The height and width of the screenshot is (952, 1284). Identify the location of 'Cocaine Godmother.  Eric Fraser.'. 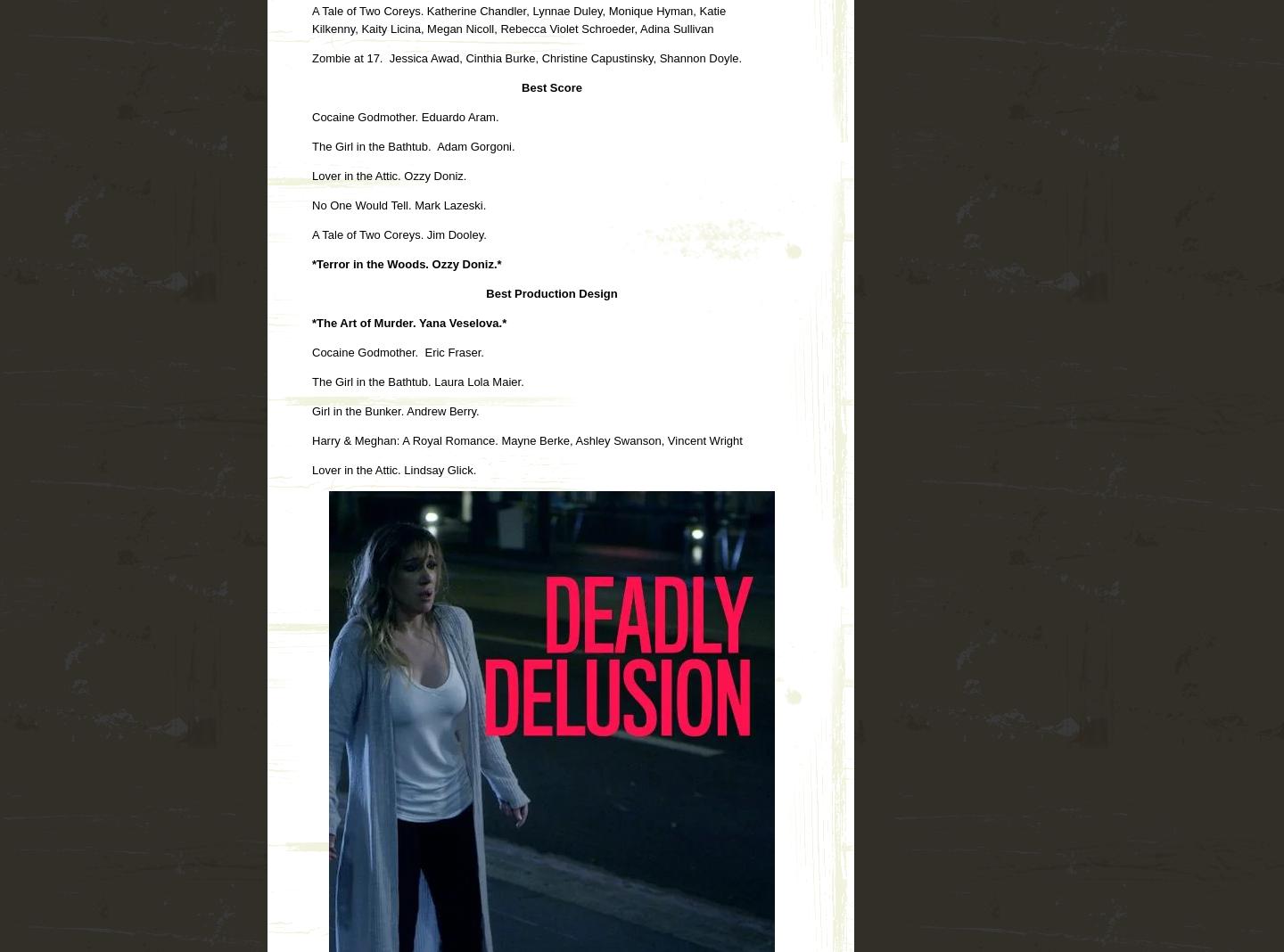
(397, 350).